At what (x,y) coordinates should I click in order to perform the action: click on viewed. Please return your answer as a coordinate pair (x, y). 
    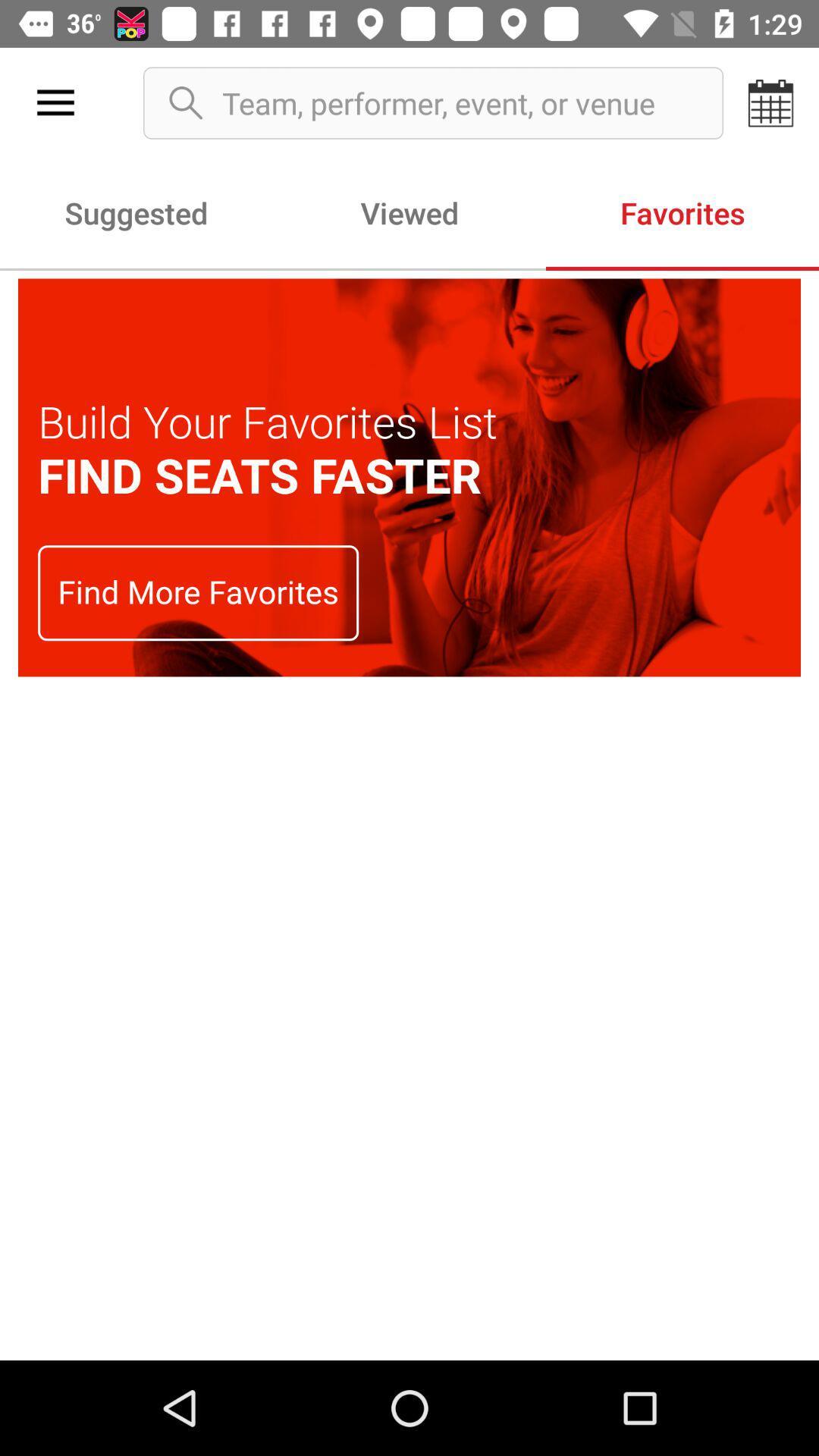
    Looking at the image, I should click on (409, 212).